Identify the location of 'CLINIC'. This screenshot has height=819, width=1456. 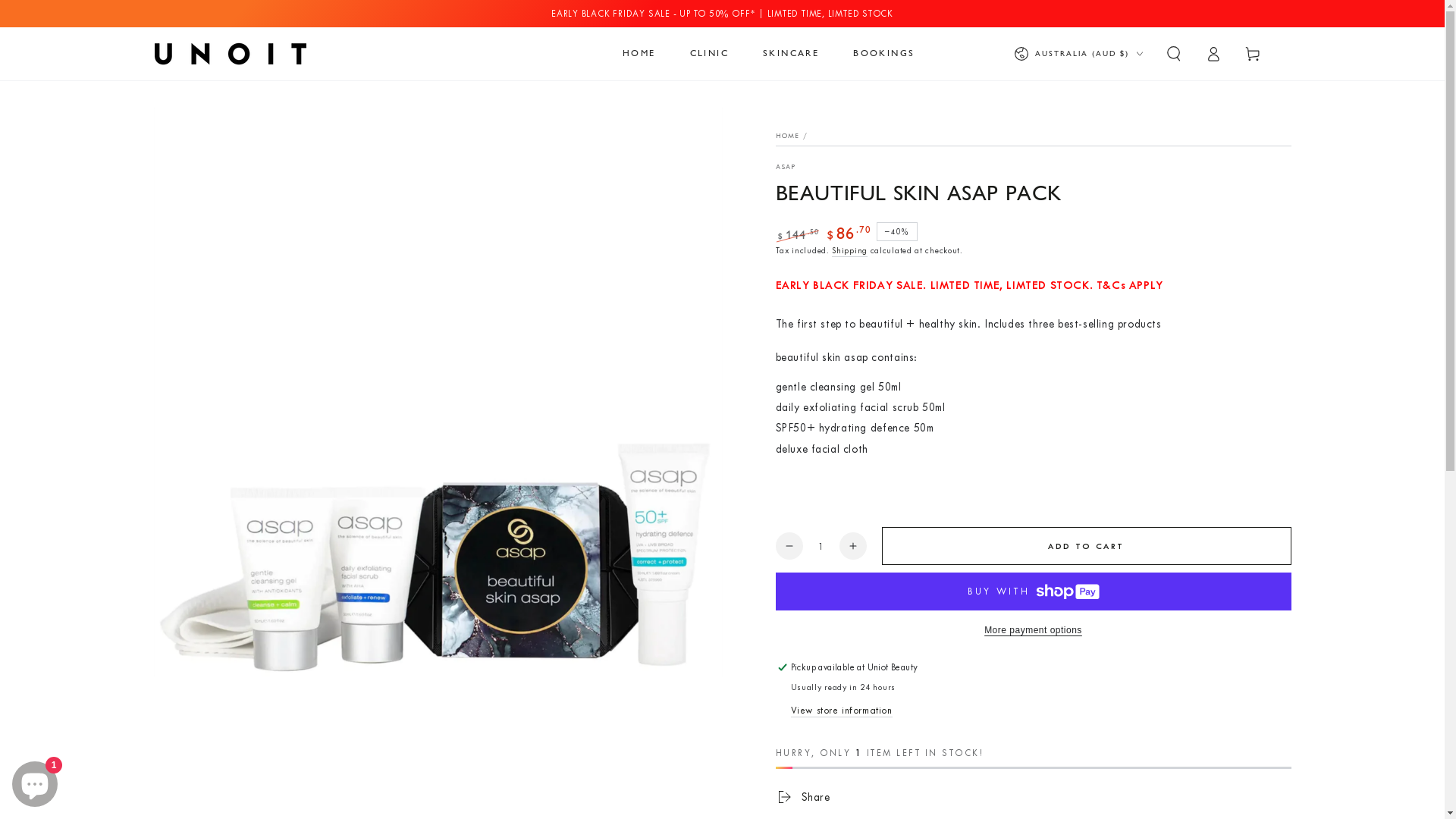
(708, 52).